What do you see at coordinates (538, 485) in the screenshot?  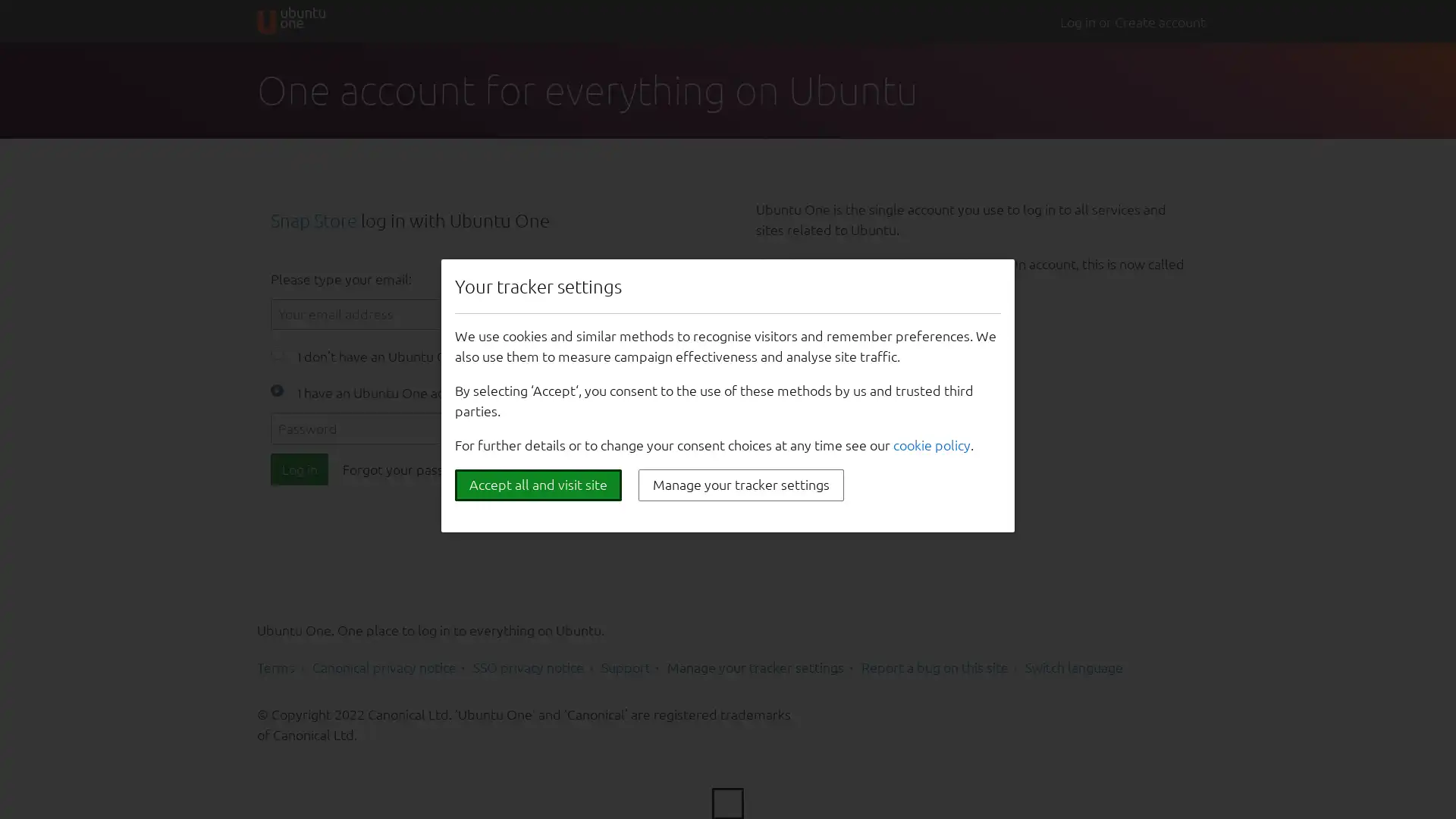 I see `Accept all and visit site` at bounding box center [538, 485].